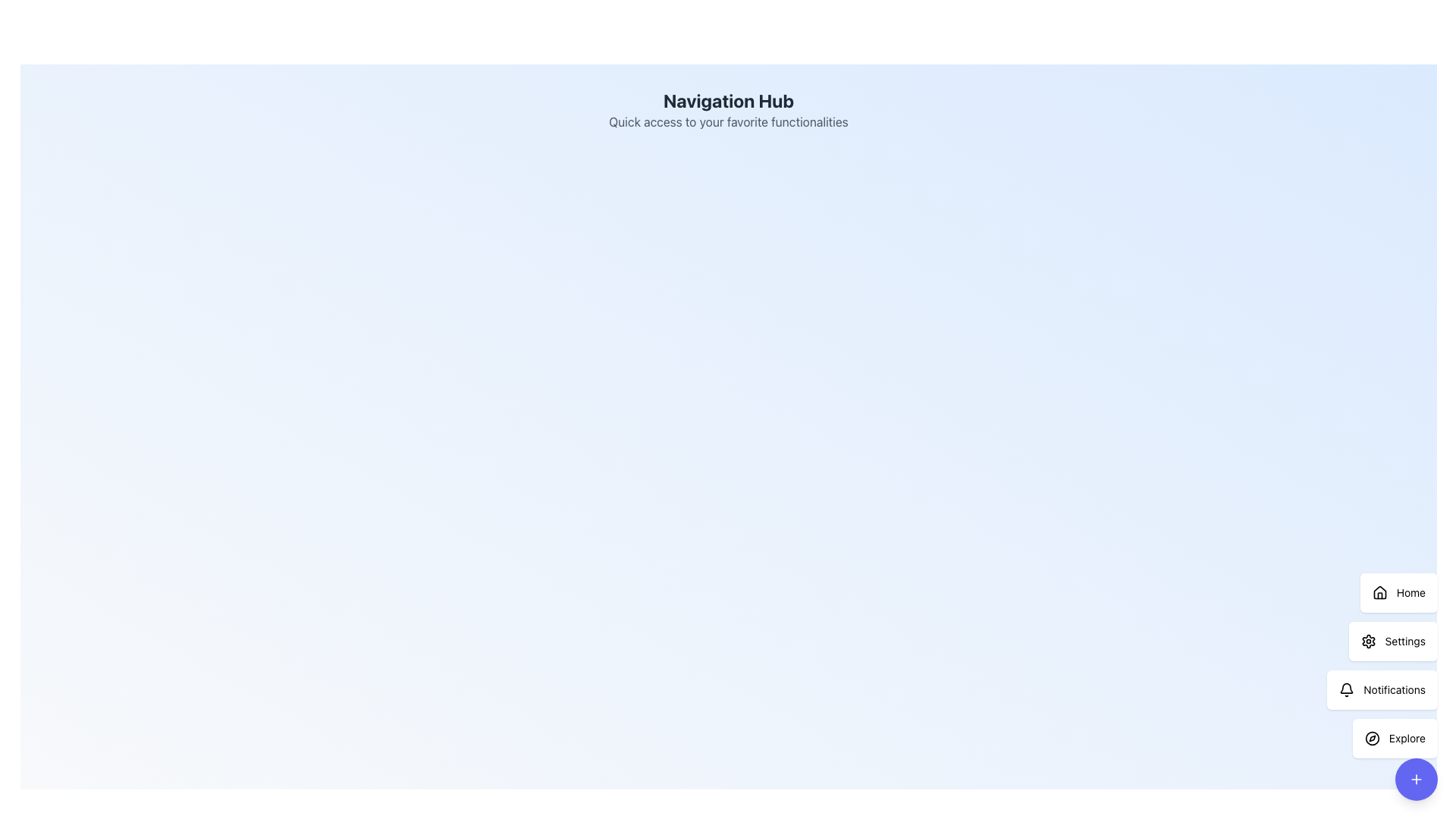 Image resolution: width=1456 pixels, height=819 pixels. I want to click on the 'Settings' button, which is a rounded rectangular button with a white background and a gear-shaped icon, located in the second position of a vertical stack of buttons, so click(1393, 641).